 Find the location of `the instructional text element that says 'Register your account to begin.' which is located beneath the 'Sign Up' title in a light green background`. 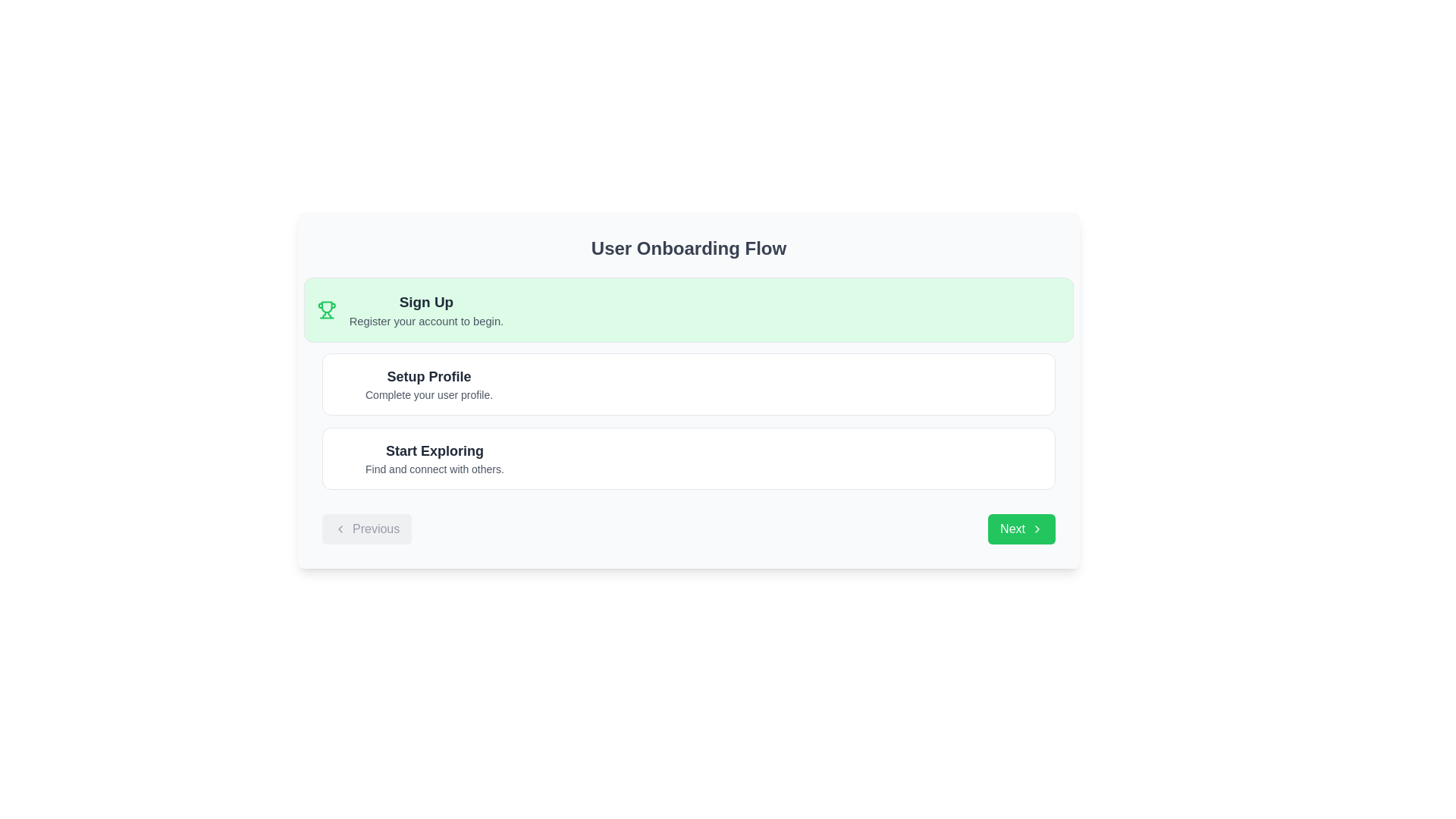

the instructional text element that says 'Register your account to begin.' which is located beneath the 'Sign Up' title in a light green background is located at coordinates (425, 320).